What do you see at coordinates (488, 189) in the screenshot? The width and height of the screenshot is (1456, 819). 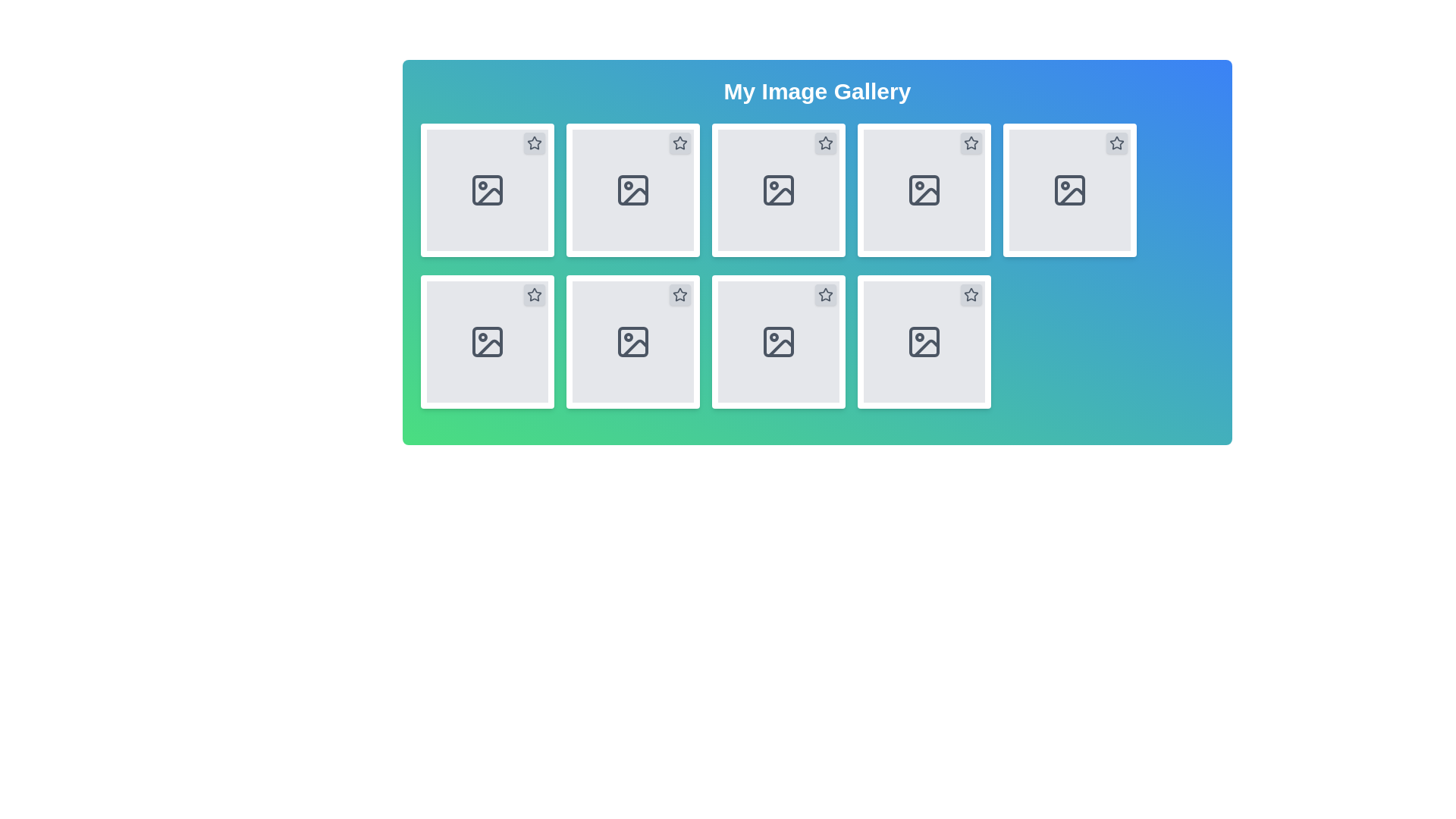 I see `the interactive card or tile with a white background and a gray image icon` at bounding box center [488, 189].